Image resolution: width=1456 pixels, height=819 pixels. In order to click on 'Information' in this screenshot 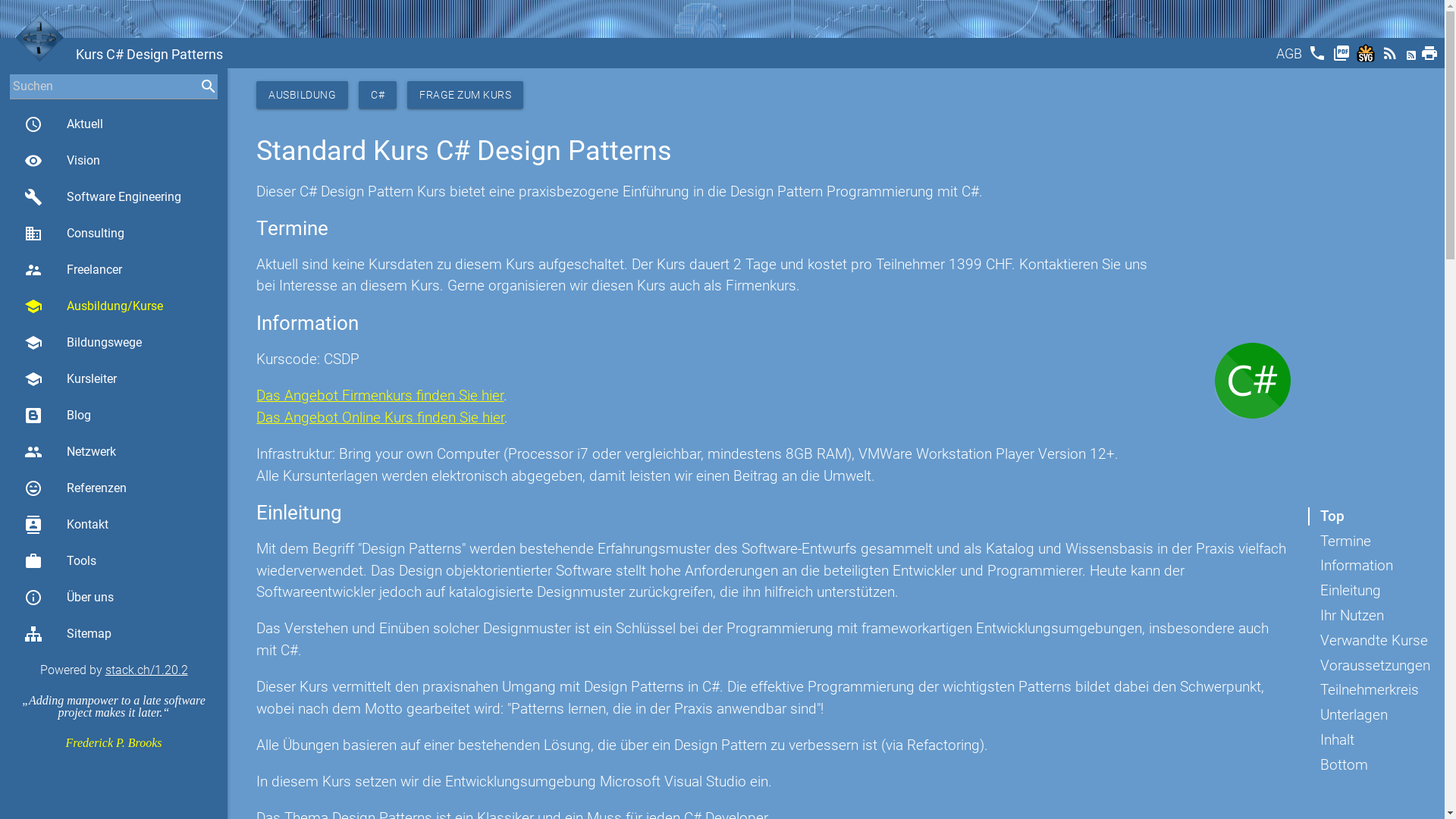, I will do `click(1350, 565)`.